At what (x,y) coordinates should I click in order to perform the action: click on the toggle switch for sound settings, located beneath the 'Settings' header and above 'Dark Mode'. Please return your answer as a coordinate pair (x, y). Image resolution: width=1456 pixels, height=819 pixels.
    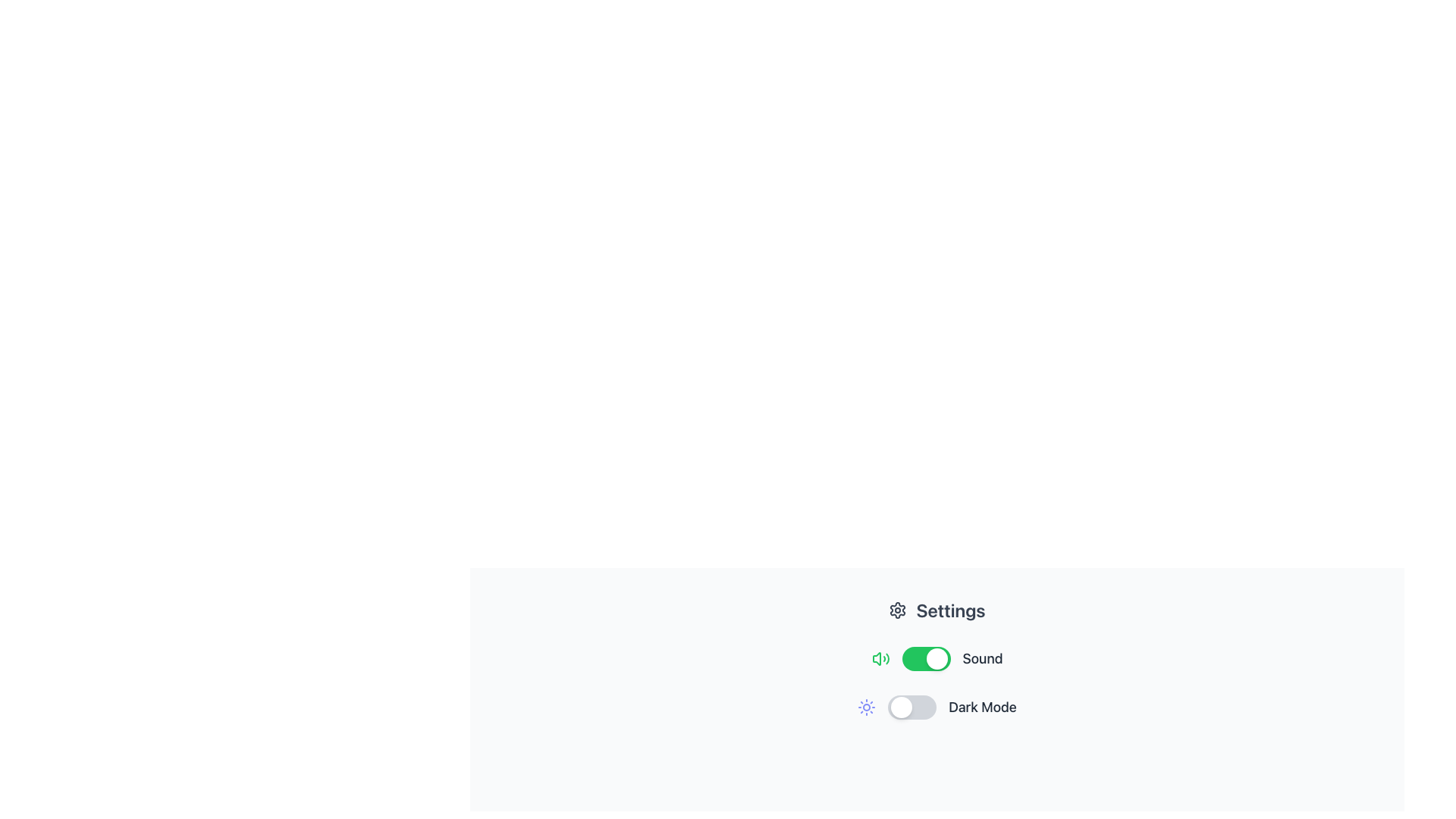
    Looking at the image, I should click on (937, 657).